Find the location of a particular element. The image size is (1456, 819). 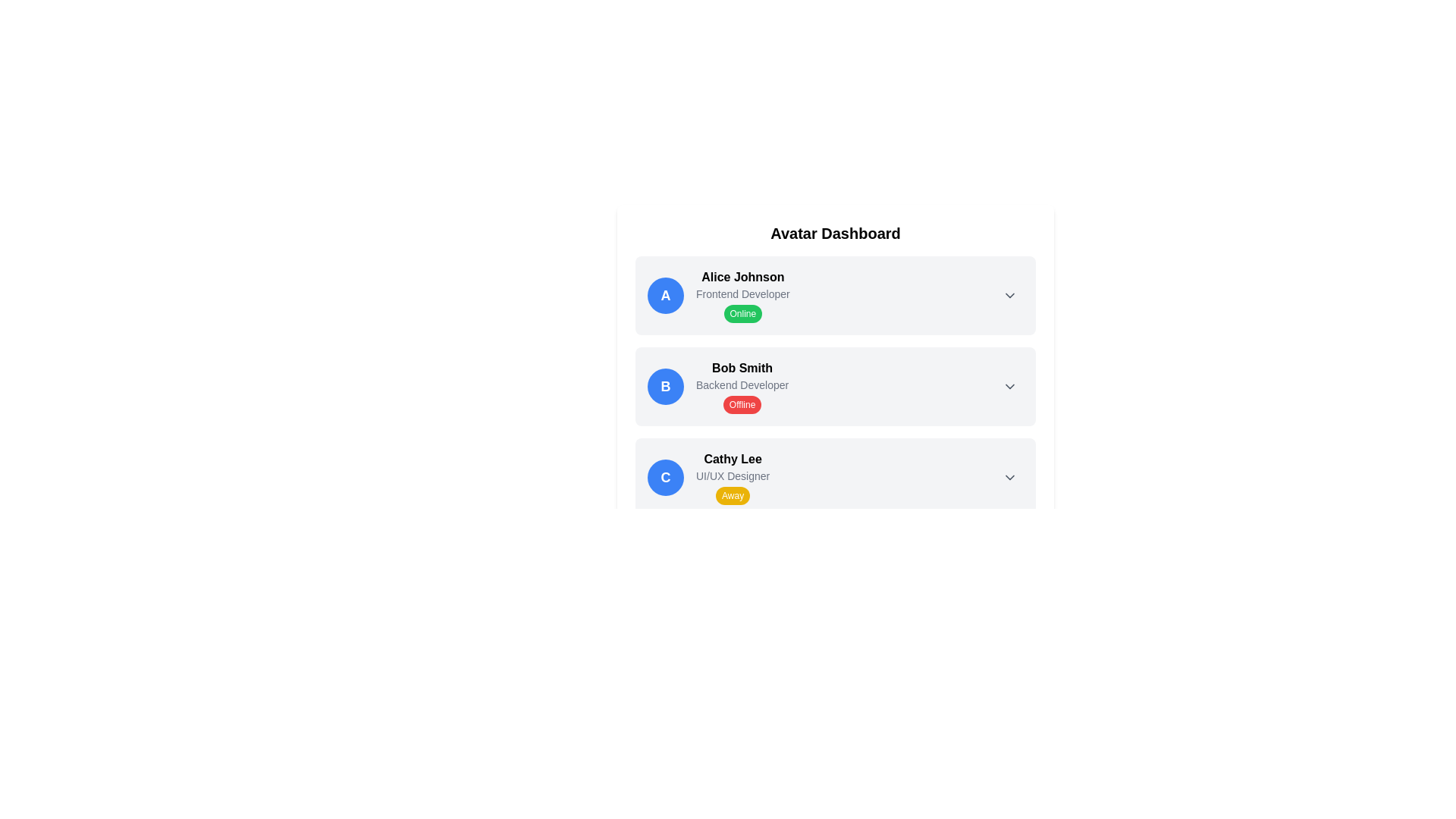

the information display block for 'Cathy Lee', which includes her name, job title 'UI/UX Designer', and the 'Away' badge, located in the third entry of the vertical list is located at coordinates (733, 476).